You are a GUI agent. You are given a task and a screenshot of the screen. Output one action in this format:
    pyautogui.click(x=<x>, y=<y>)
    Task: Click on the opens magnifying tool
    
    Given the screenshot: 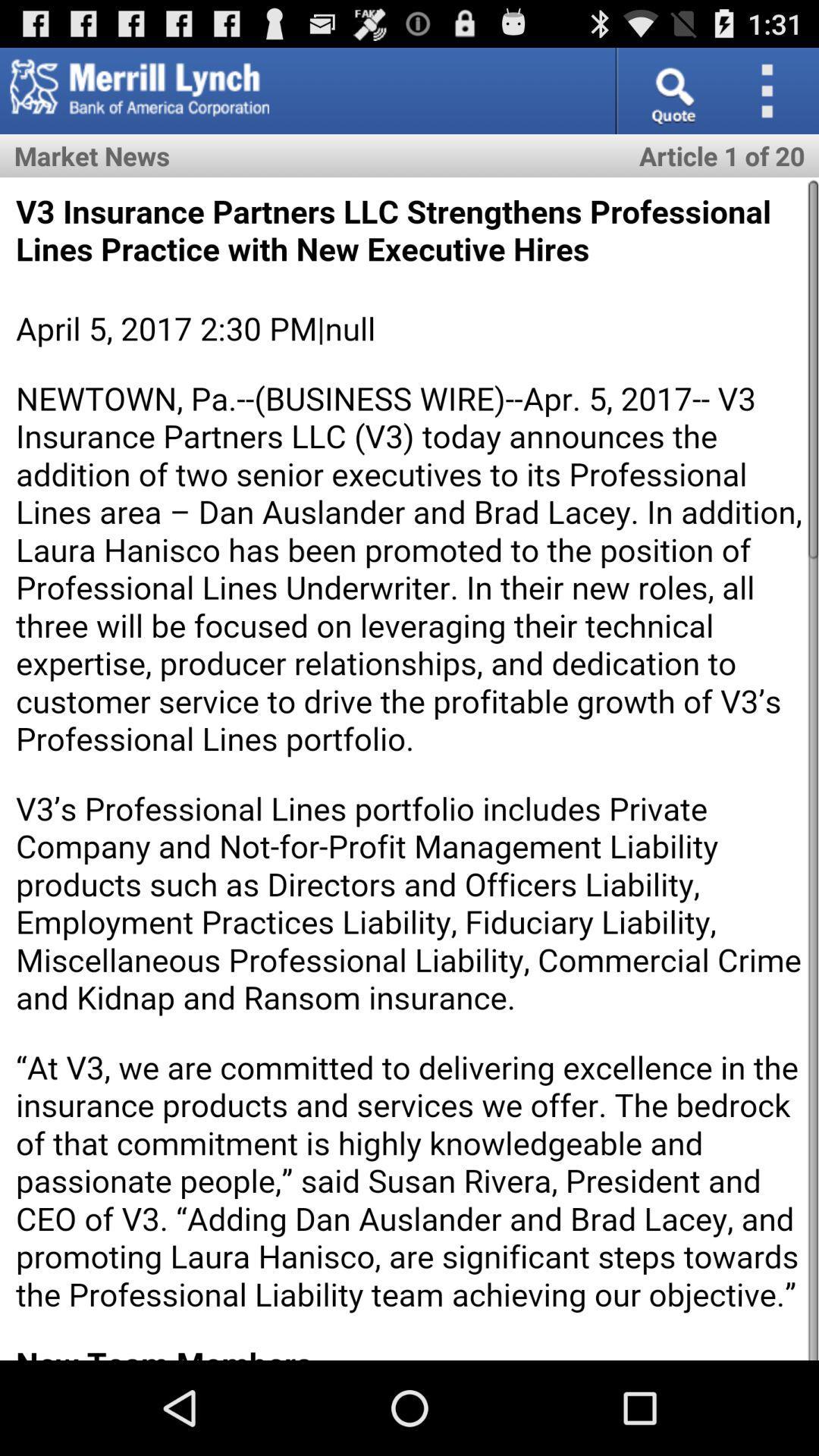 What is the action you would take?
    pyautogui.click(x=670, y=90)
    